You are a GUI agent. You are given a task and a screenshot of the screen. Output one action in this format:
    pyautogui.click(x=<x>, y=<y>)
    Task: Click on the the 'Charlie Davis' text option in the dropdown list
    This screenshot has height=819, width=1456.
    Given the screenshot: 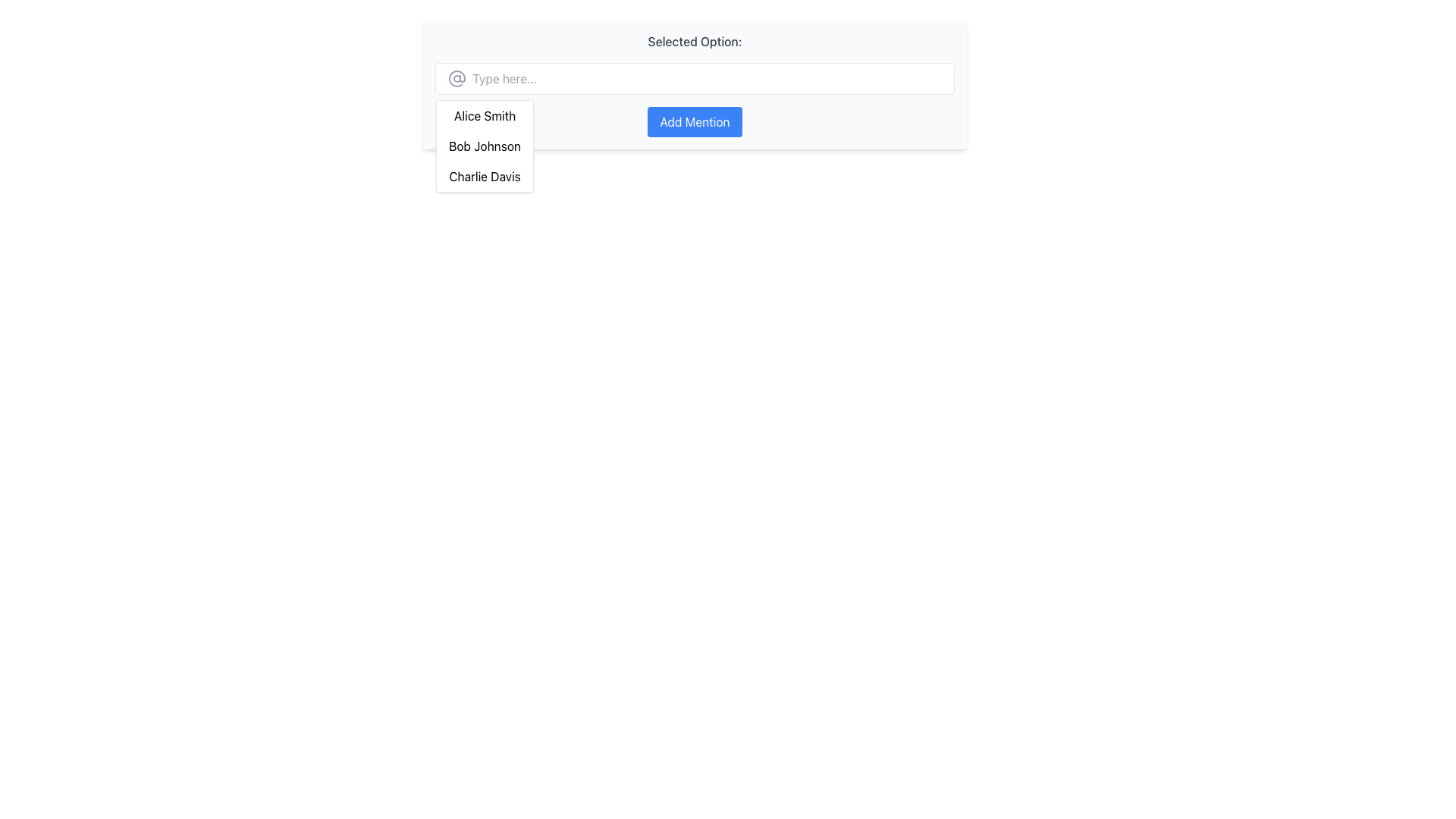 What is the action you would take?
    pyautogui.click(x=484, y=175)
    